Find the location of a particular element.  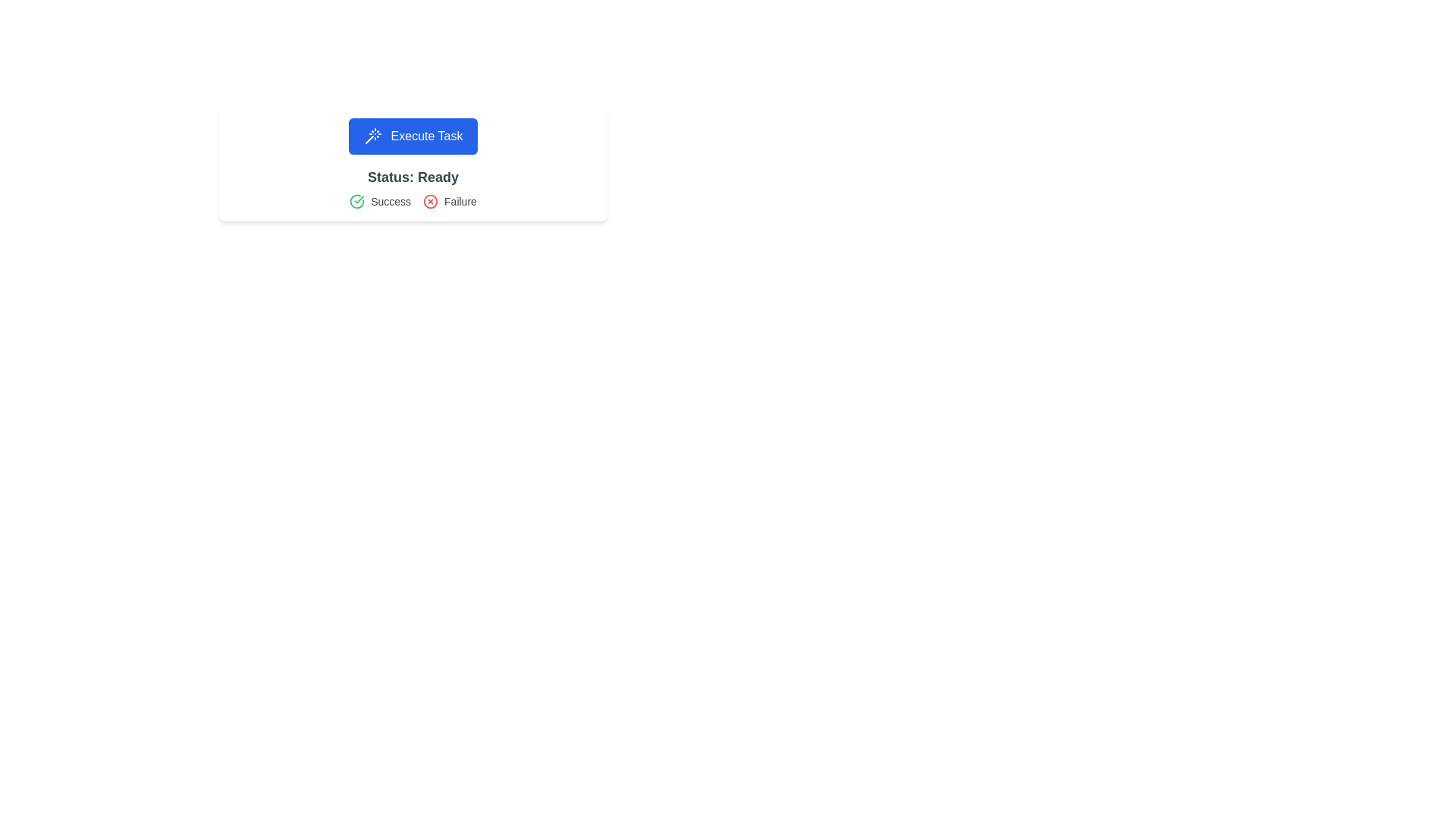

the 'Execute Task' text label located within the blue button at the top-center of the interface is located at coordinates (425, 136).